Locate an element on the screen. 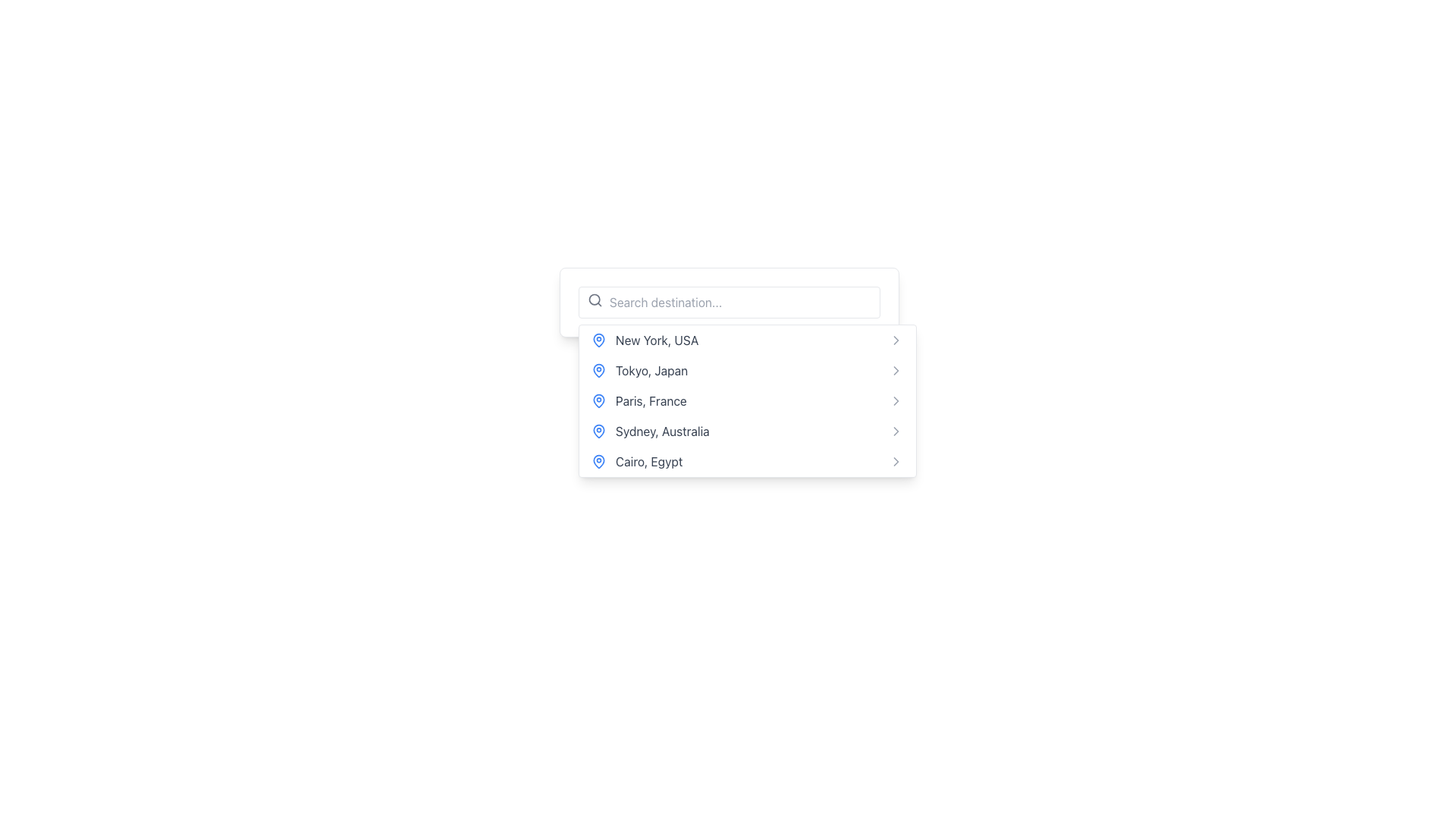 Image resolution: width=1456 pixels, height=819 pixels. the right-most icon in the row containing 'Sydney, Australia' is located at coordinates (896, 431).